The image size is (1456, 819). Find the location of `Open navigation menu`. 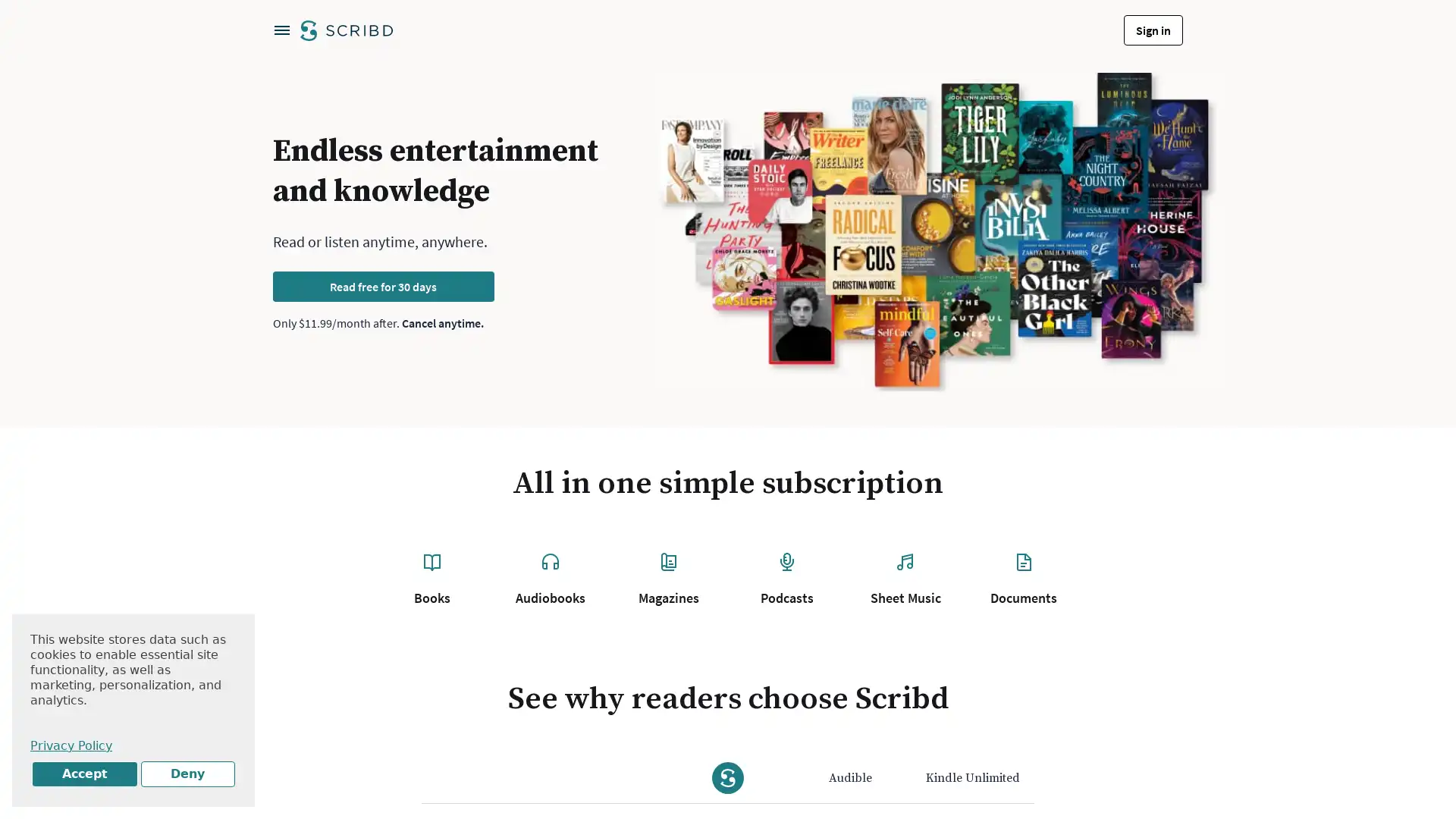

Open navigation menu is located at coordinates (282, 30).